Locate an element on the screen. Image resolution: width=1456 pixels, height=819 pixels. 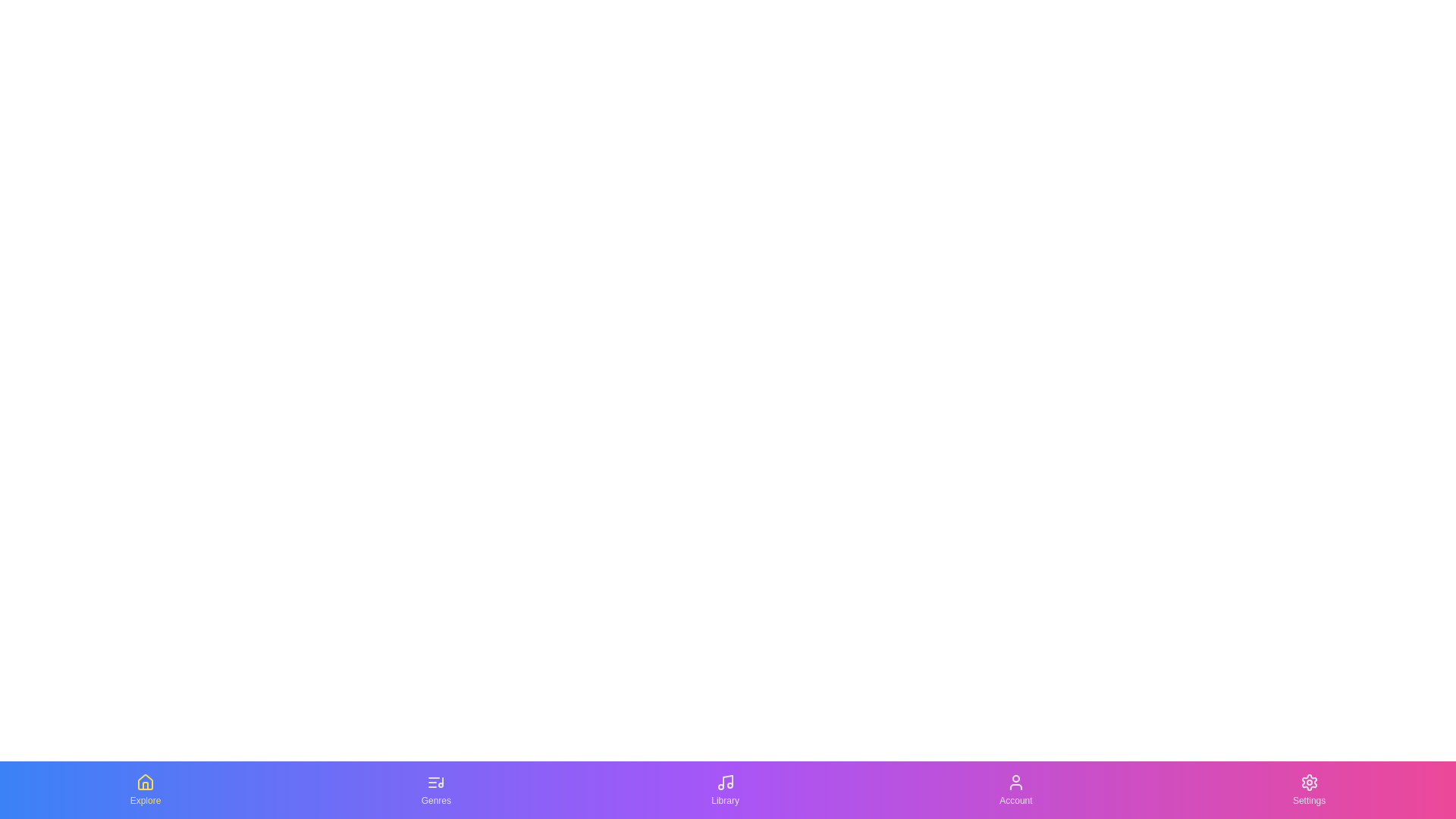
the Settings tab by clicking on its button is located at coordinates (1308, 789).